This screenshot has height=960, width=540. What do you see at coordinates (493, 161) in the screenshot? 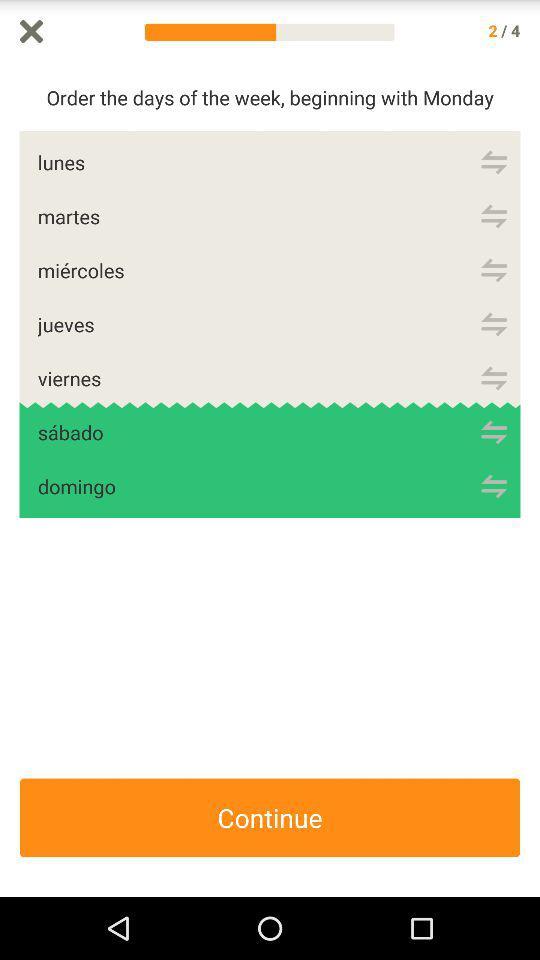
I see `adjust` at bounding box center [493, 161].